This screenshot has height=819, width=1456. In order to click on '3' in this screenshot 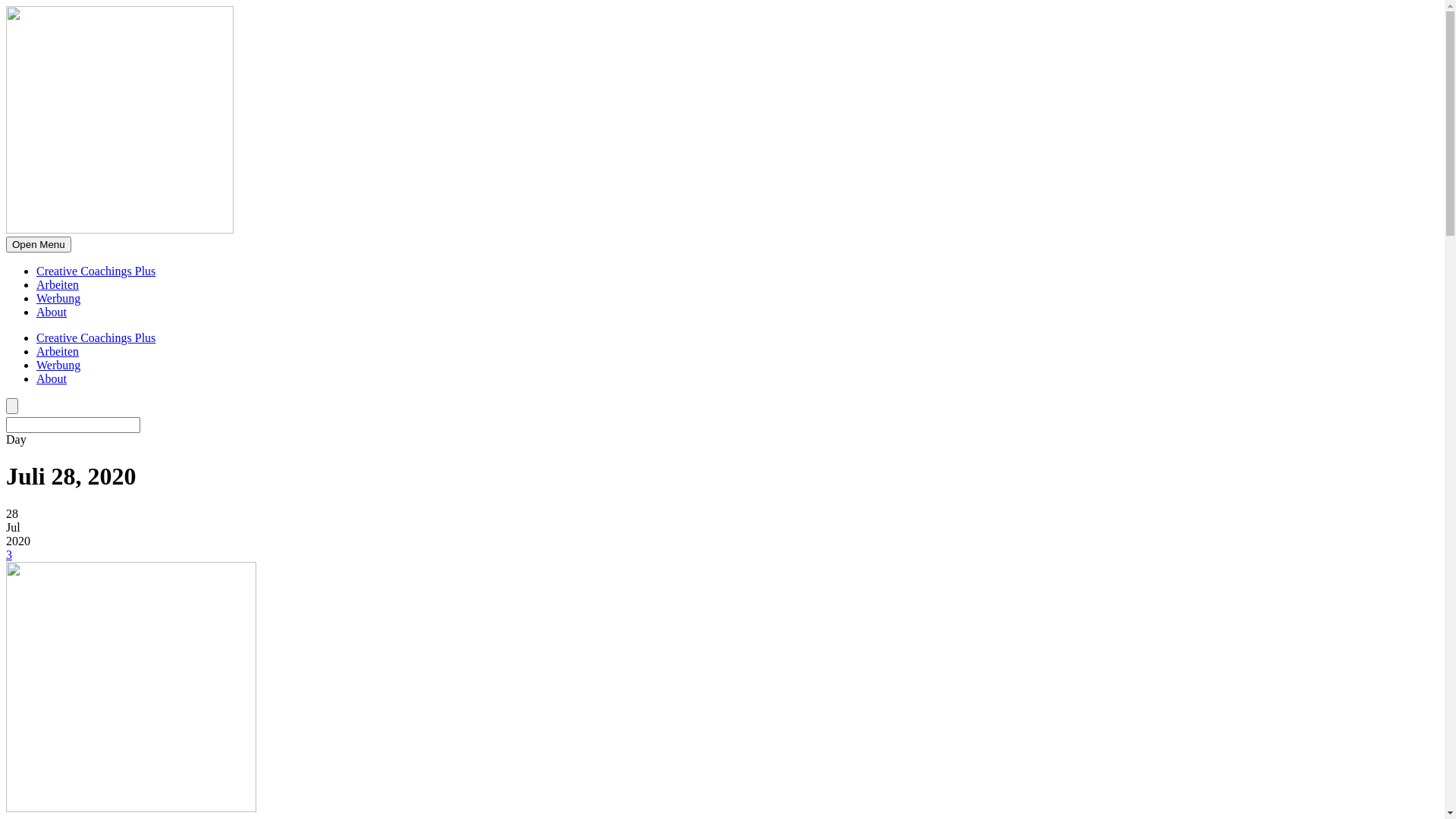, I will do `click(9, 554)`.